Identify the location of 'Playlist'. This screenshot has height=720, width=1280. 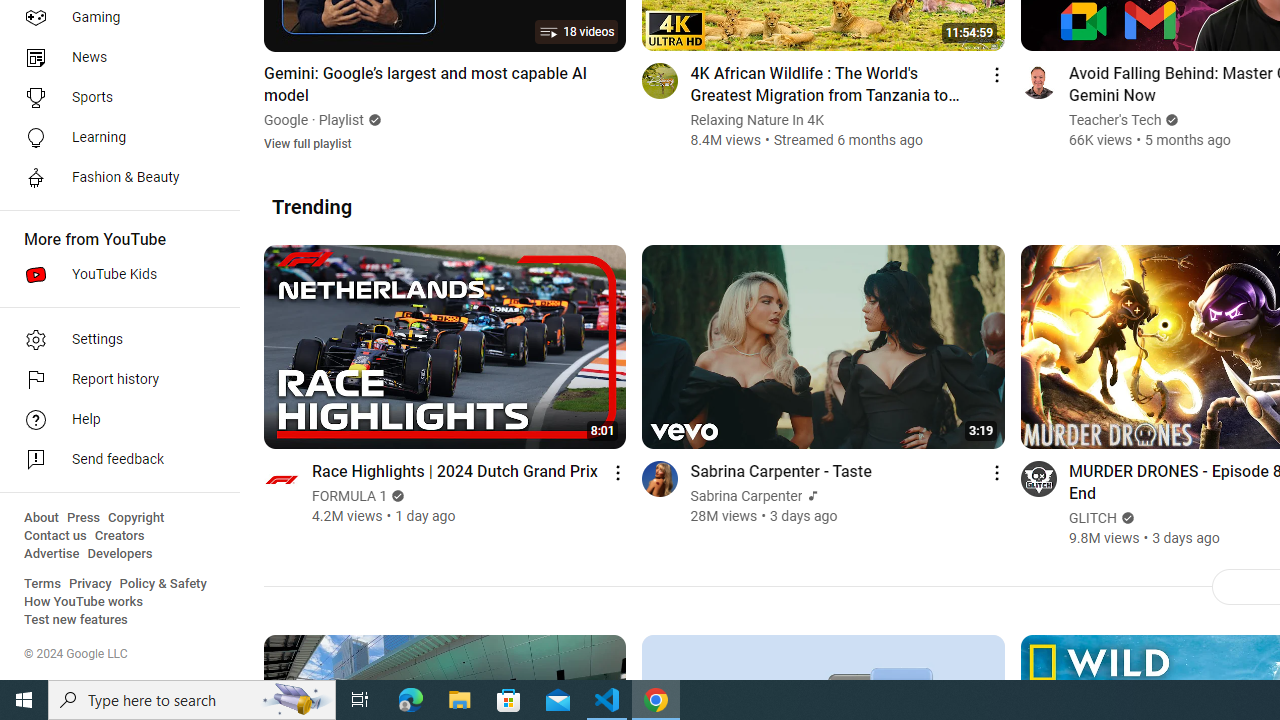
(341, 120).